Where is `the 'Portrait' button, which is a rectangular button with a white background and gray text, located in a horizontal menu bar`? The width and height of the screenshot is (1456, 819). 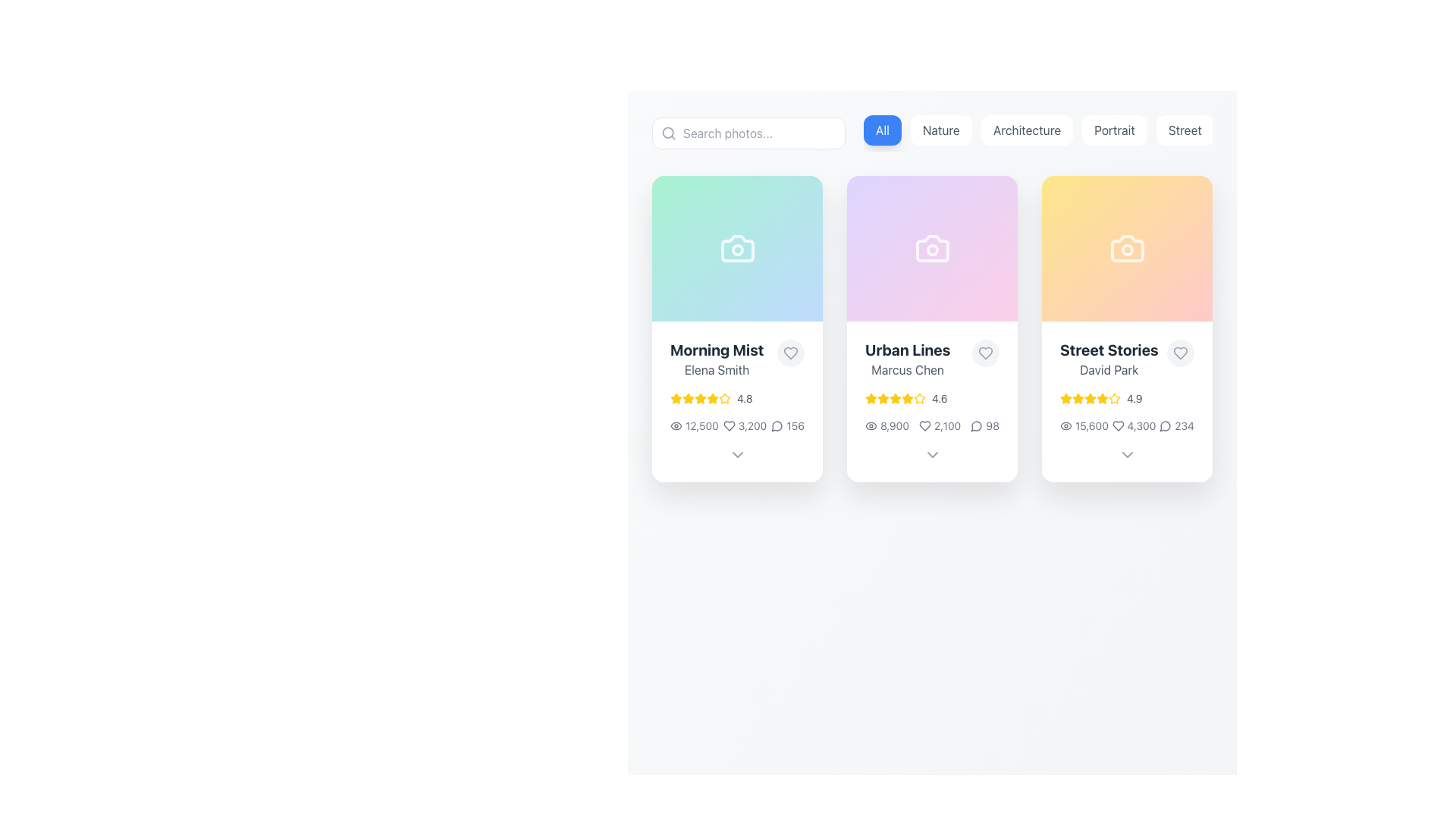
the 'Portrait' button, which is a rectangular button with a white background and gray text, located in a horizontal menu bar is located at coordinates (1114, 130).